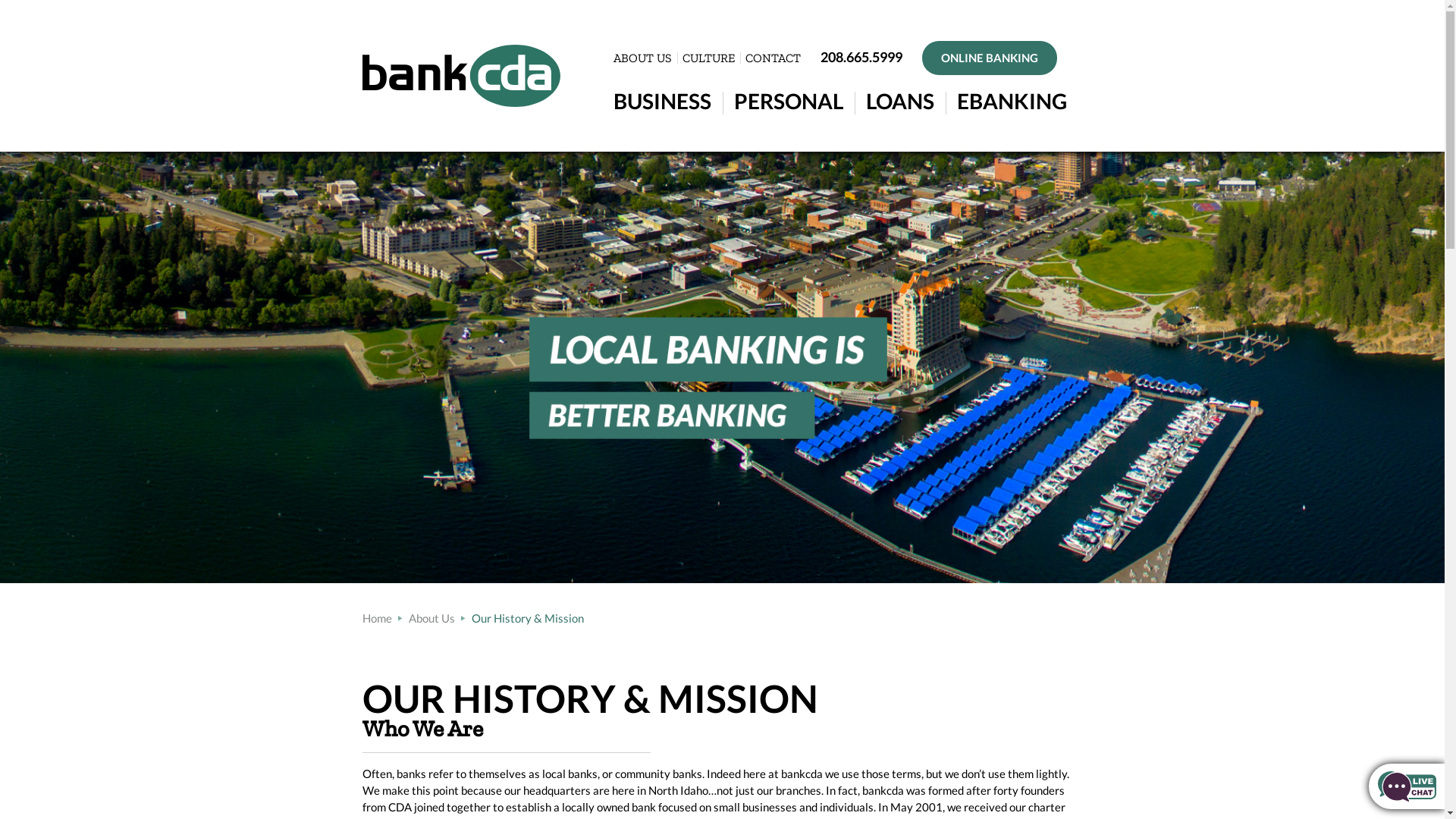  I want to click on 'LOANS', so click(899, 99).